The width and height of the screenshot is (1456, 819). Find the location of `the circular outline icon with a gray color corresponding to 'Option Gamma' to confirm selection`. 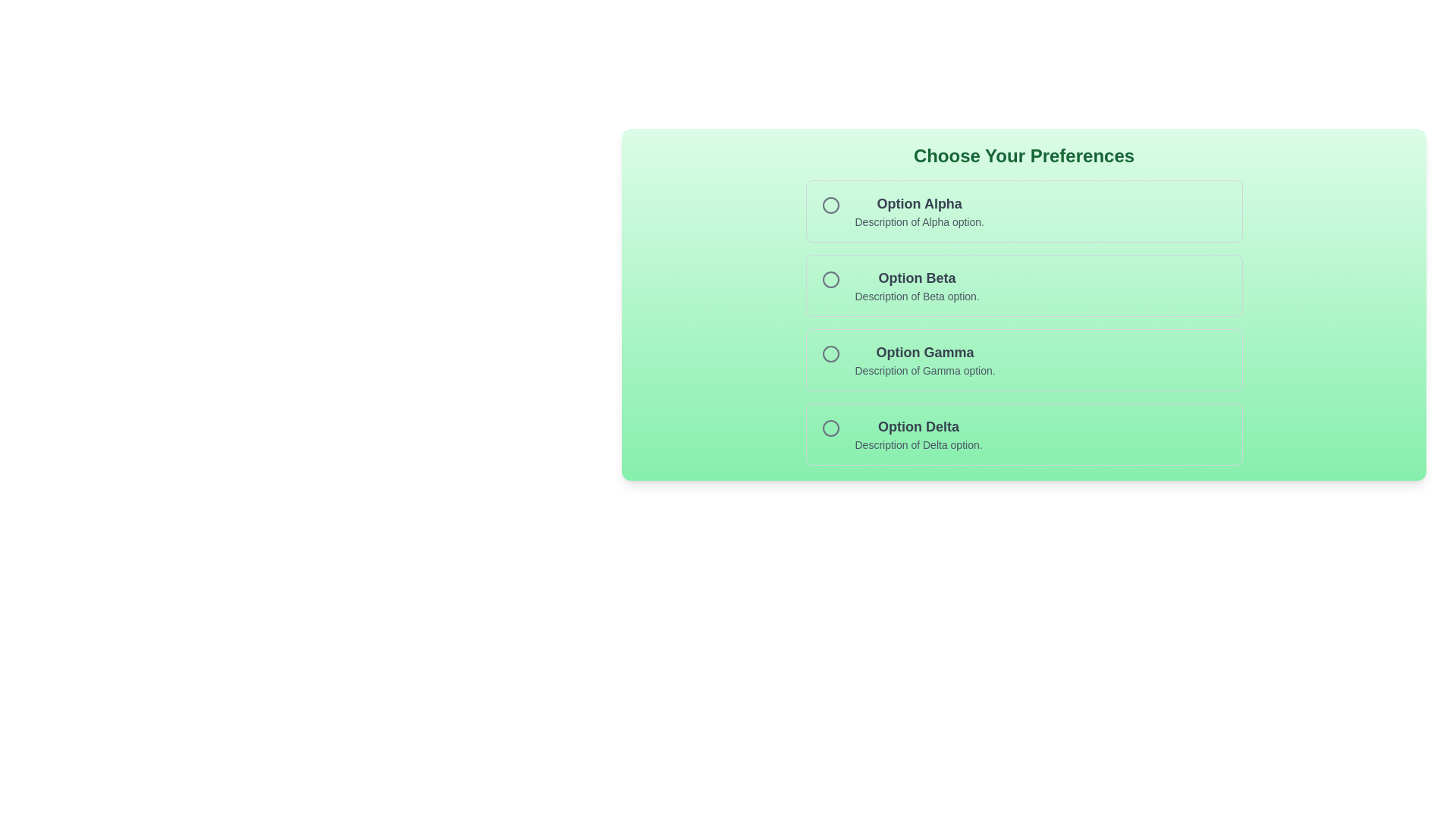

the circular outline icon with a gray color corresponding to 'Option Gamma' to confirm selection is located at coordinates (830, 353).